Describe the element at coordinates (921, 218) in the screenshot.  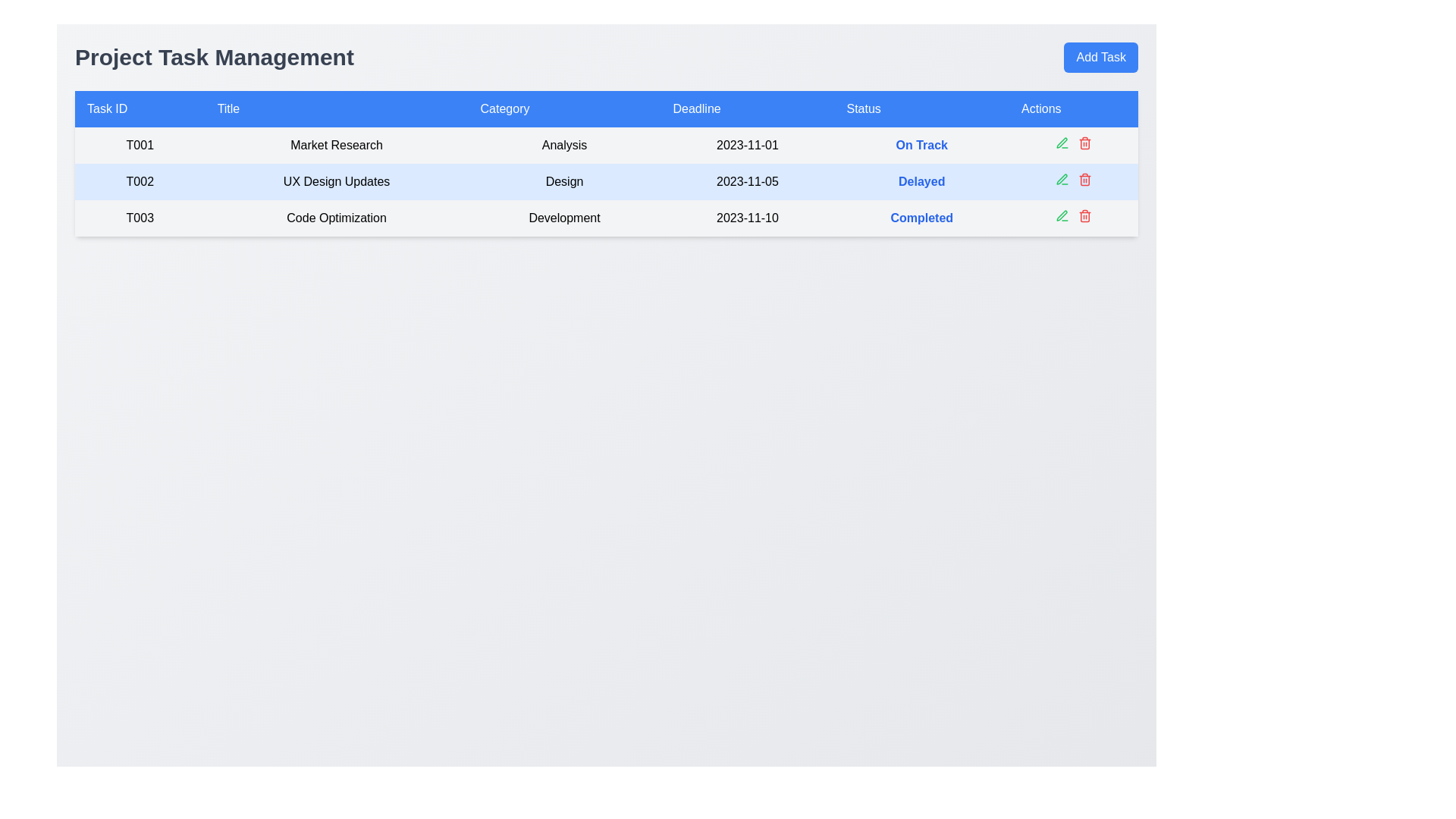
I see `the status indicator text label that shows 'Completed' for task 'T003' titled 'Code Optimization'` at that location.